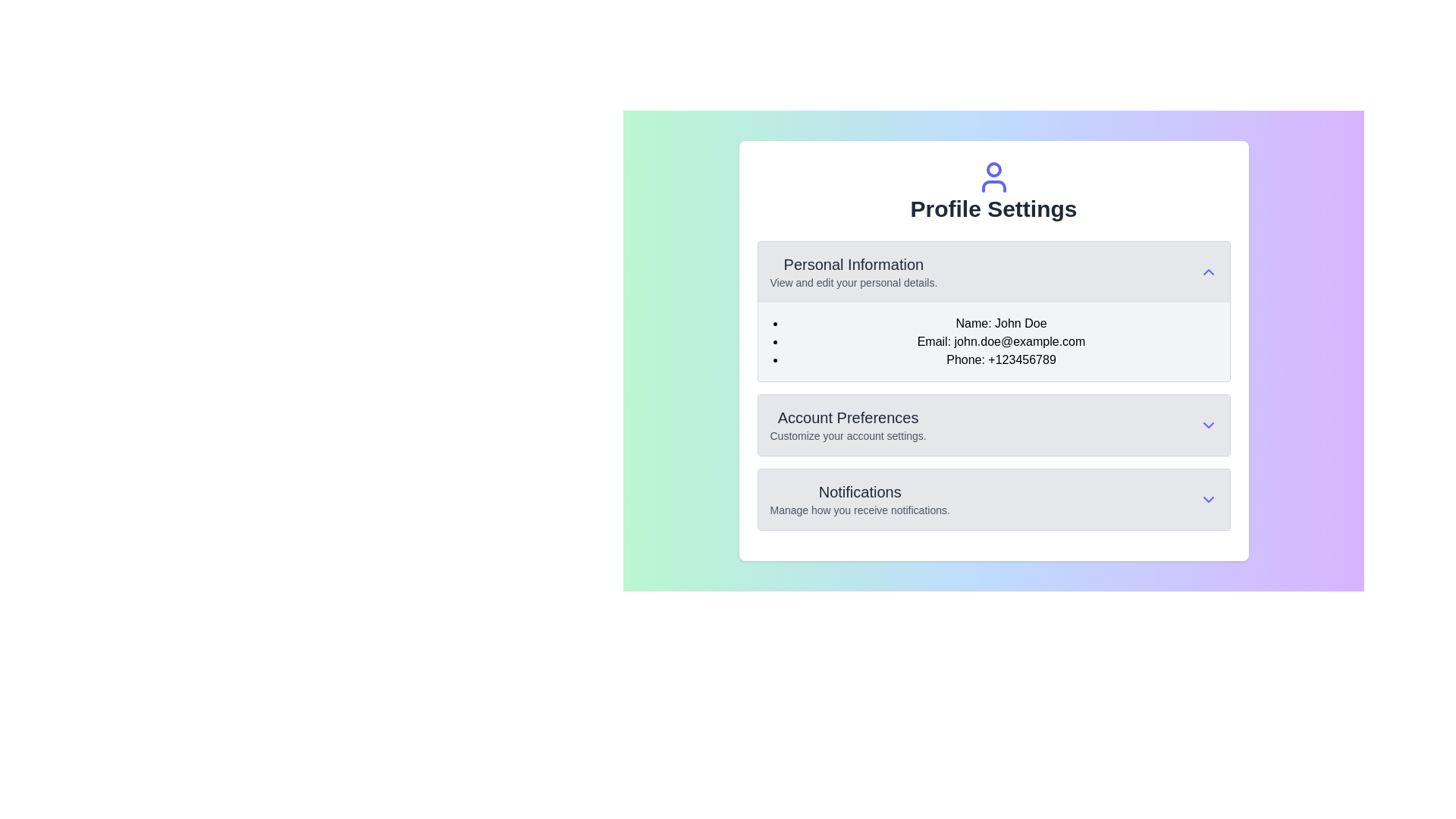 The height and width of the screenshot is (819, 1456). Describe the element at coordinates (1207, 425) in the screenshot. I see `the Dropdown toggle icon located at the far right of the 'Account Preferences' section header` at that location.